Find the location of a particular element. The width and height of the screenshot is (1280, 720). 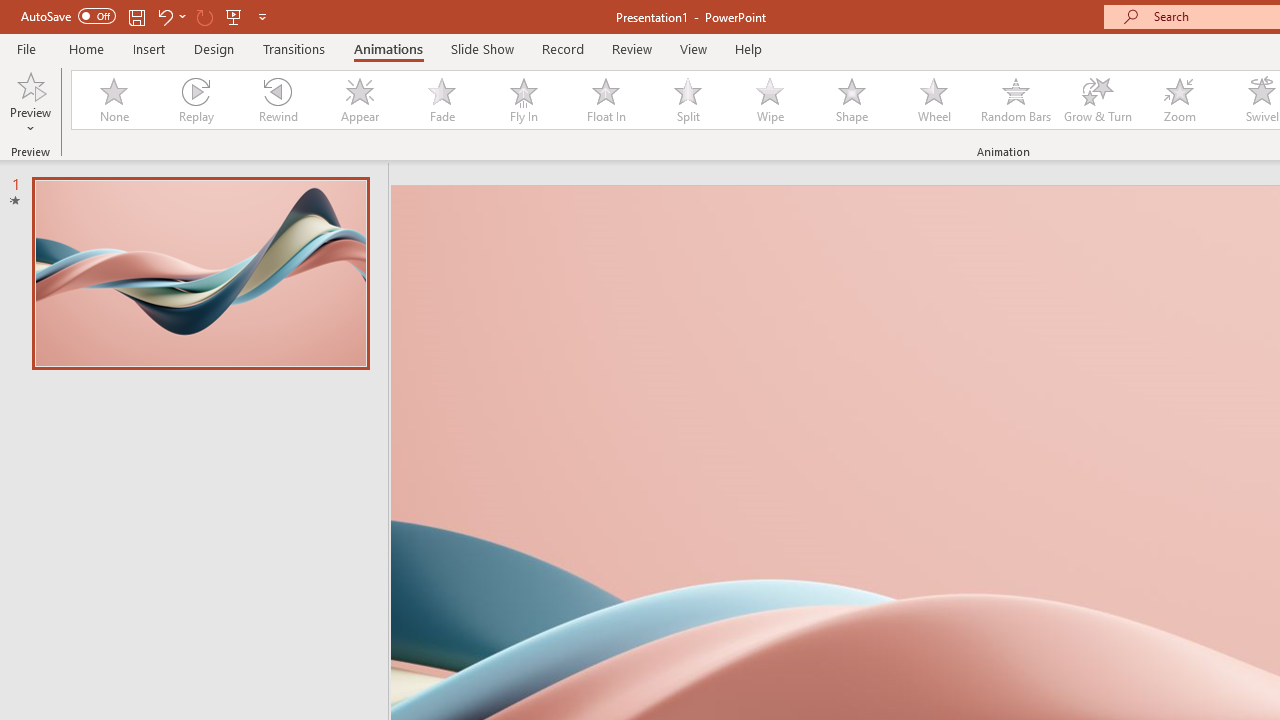

'None' is located at coordinates (112, 100).